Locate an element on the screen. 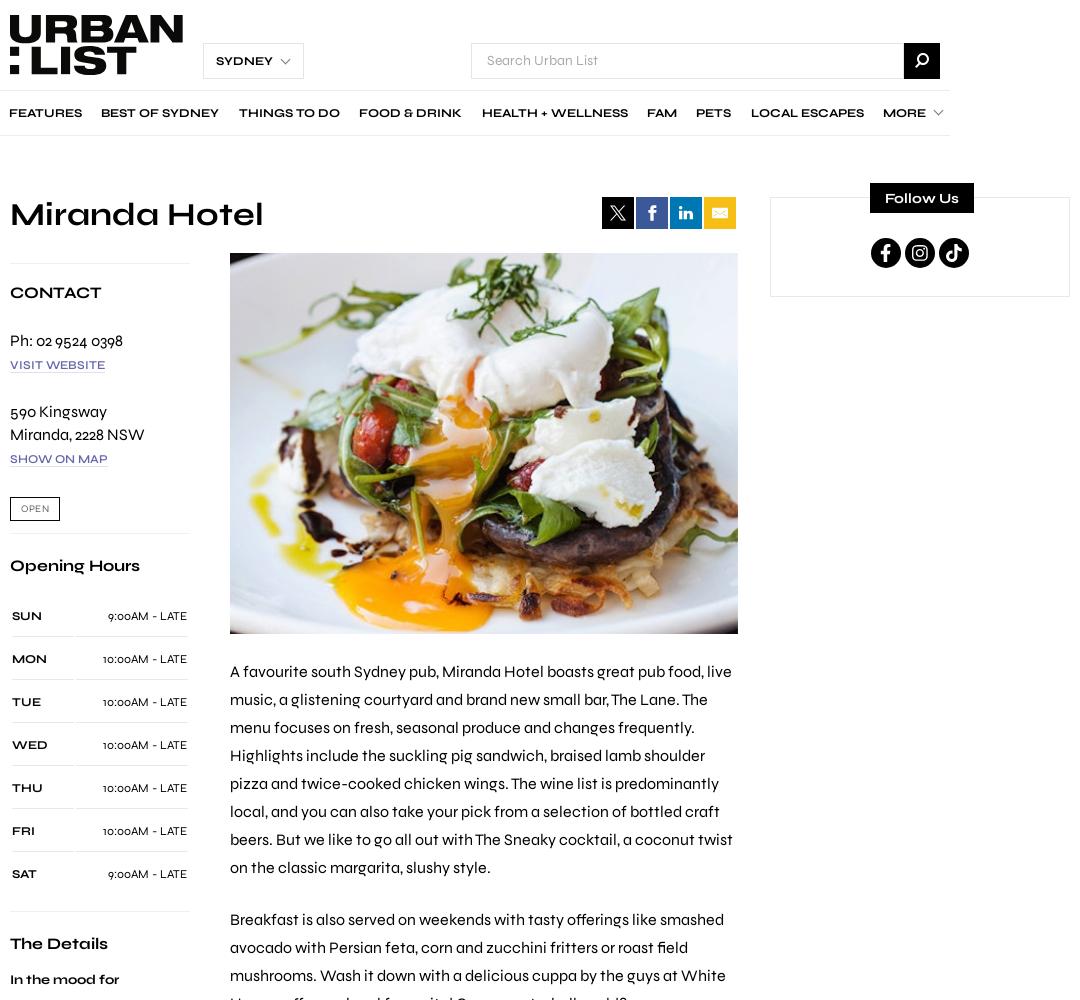  'NSW' is located at coordinates (126, 433).